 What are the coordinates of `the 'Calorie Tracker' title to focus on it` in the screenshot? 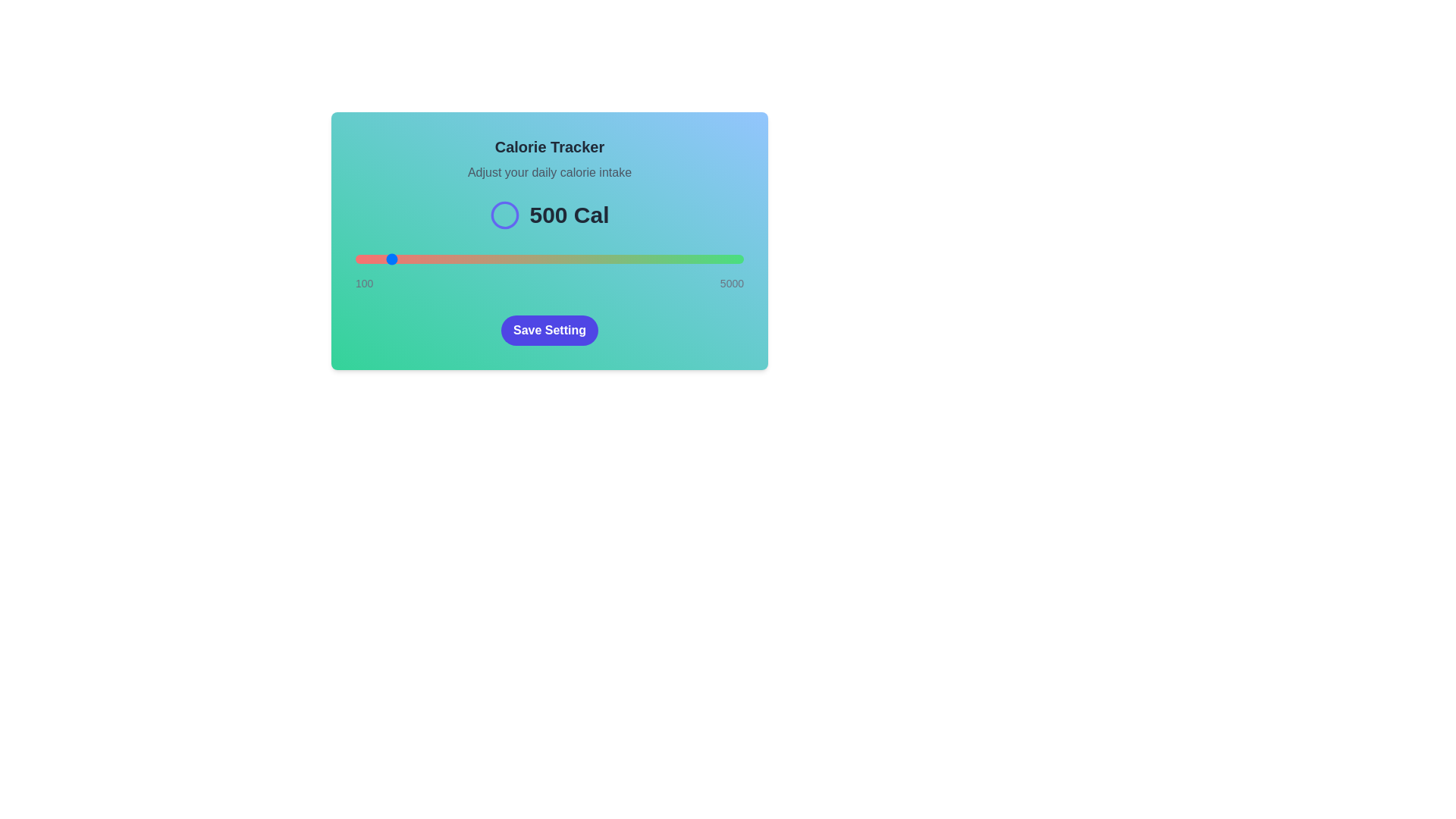 It's located at (548, 146).